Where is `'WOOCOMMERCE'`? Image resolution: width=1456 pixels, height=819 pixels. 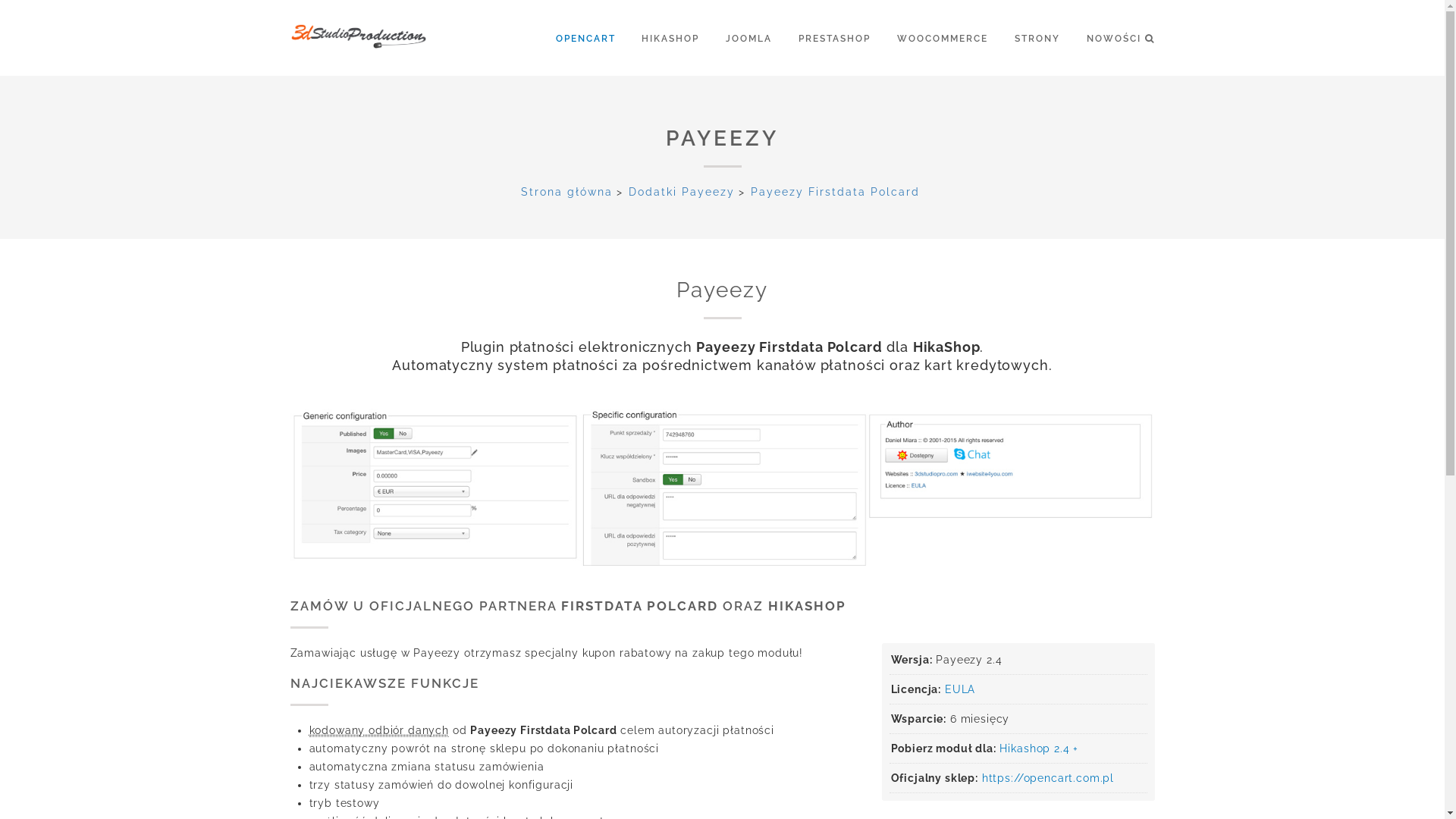 'WOOCOMMERCE' is located at coordinates (952, 37).